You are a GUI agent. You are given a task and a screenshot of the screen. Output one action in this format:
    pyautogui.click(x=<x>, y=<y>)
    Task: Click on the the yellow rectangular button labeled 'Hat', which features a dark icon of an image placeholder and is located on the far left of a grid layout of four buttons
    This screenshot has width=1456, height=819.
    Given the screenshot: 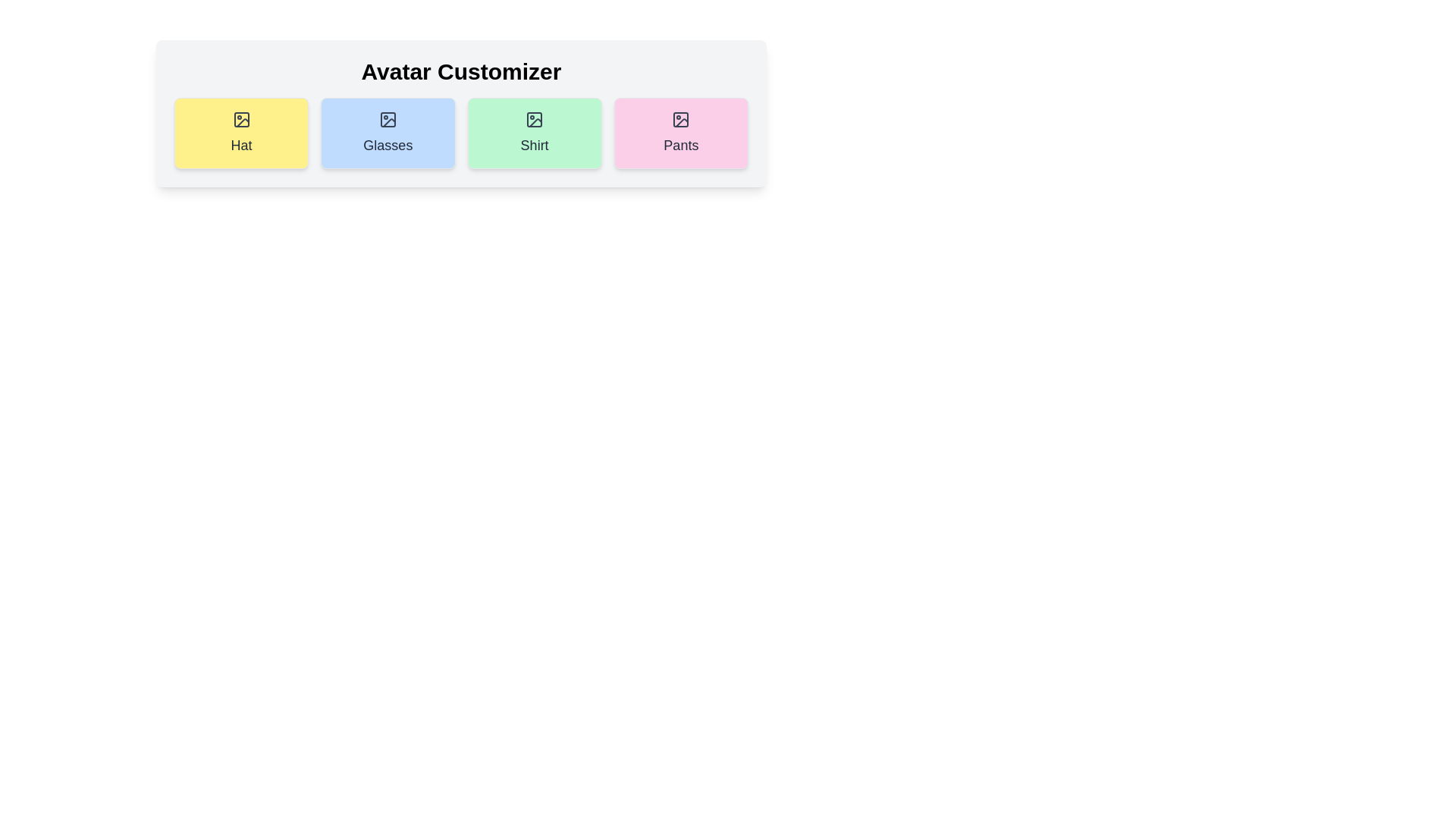 What is the action you would take?
    pyautogui.click(x=240, y=133)
    